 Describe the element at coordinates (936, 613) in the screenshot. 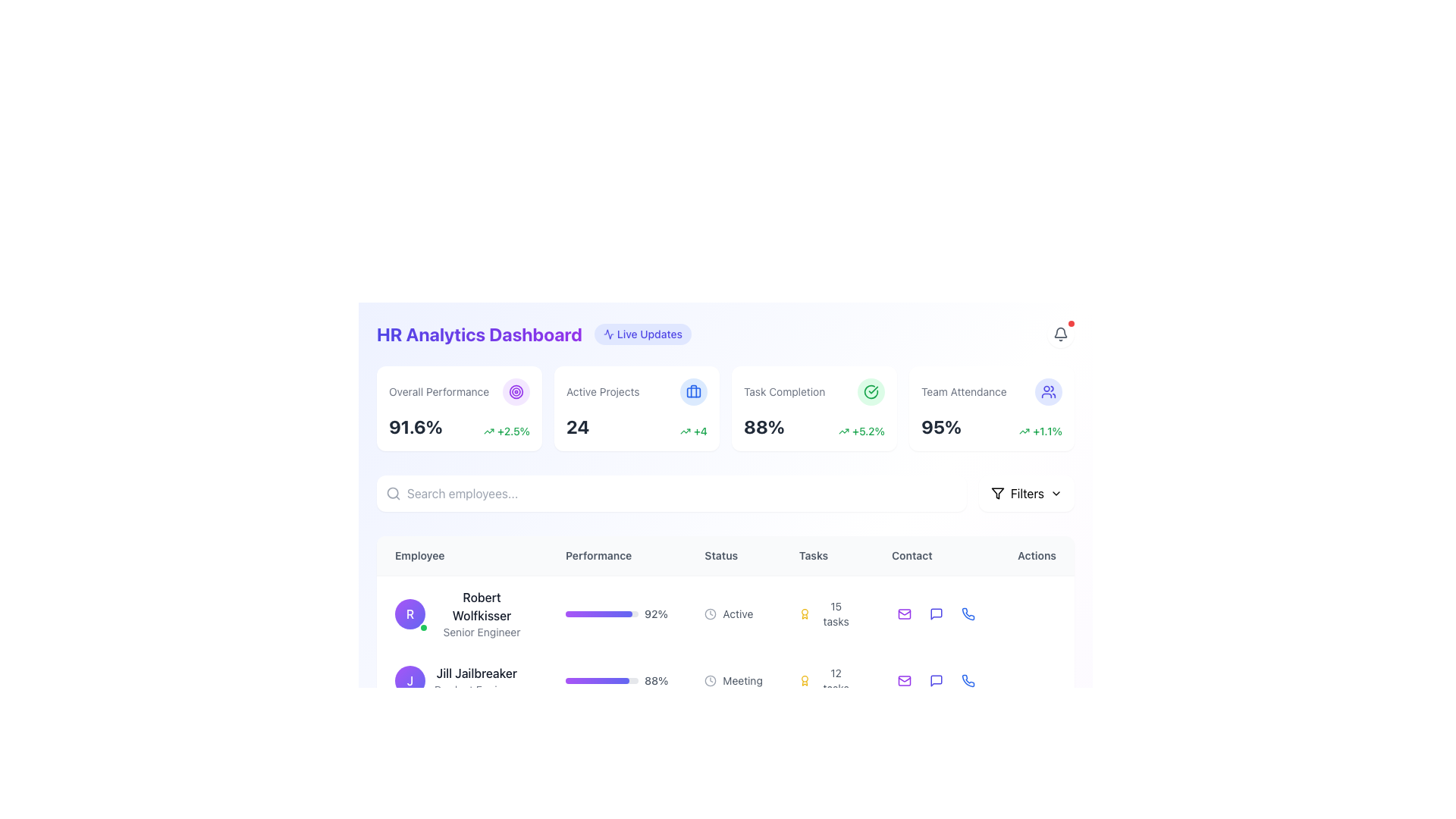

I see `the chat icon button for employee Robert Wolfkisser, located between the email icon and the phone icon under the 'Contact' column` at that location.